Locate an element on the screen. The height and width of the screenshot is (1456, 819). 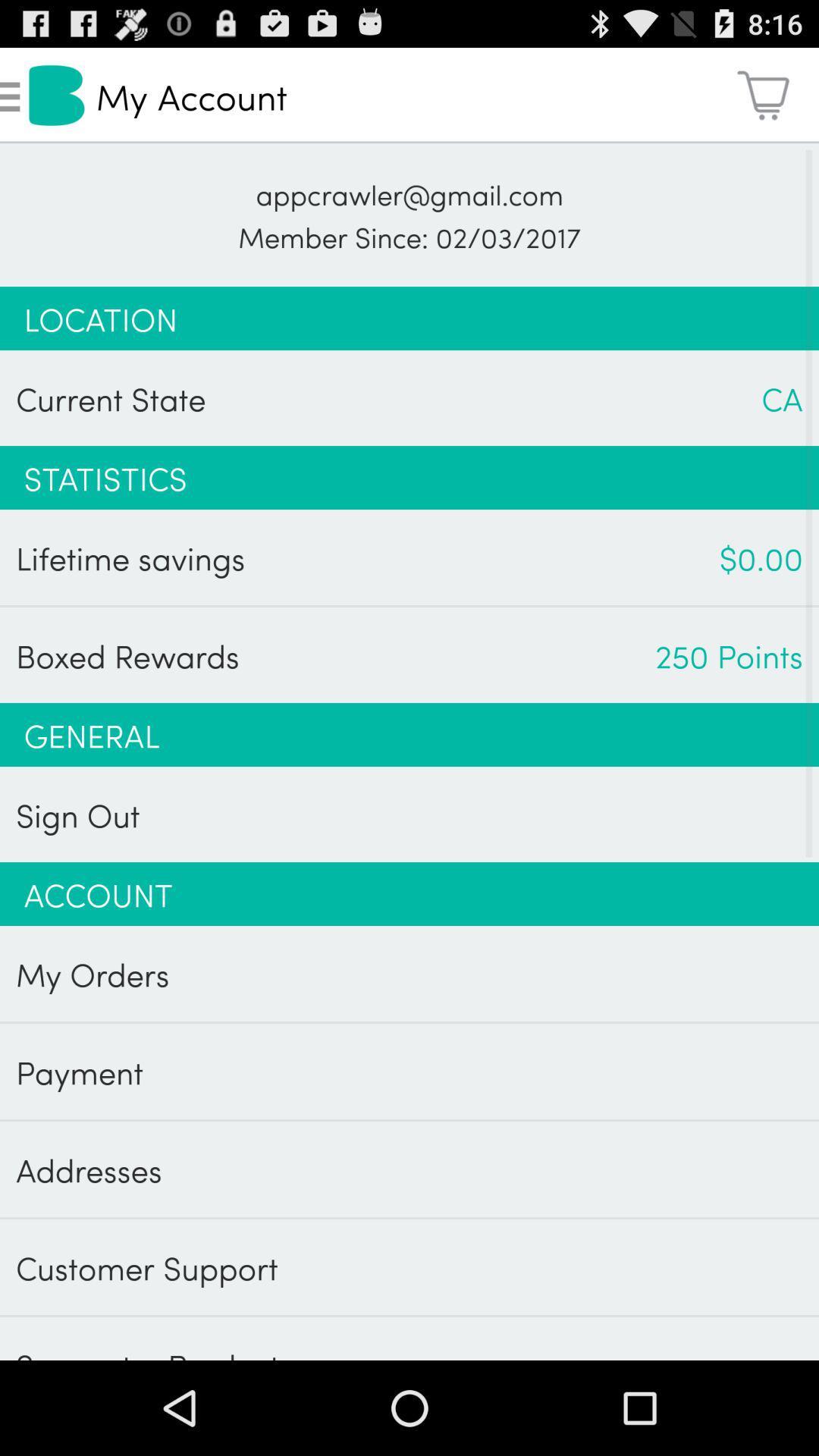
the app below the boxed rewards is located at coordinates (409, 735).